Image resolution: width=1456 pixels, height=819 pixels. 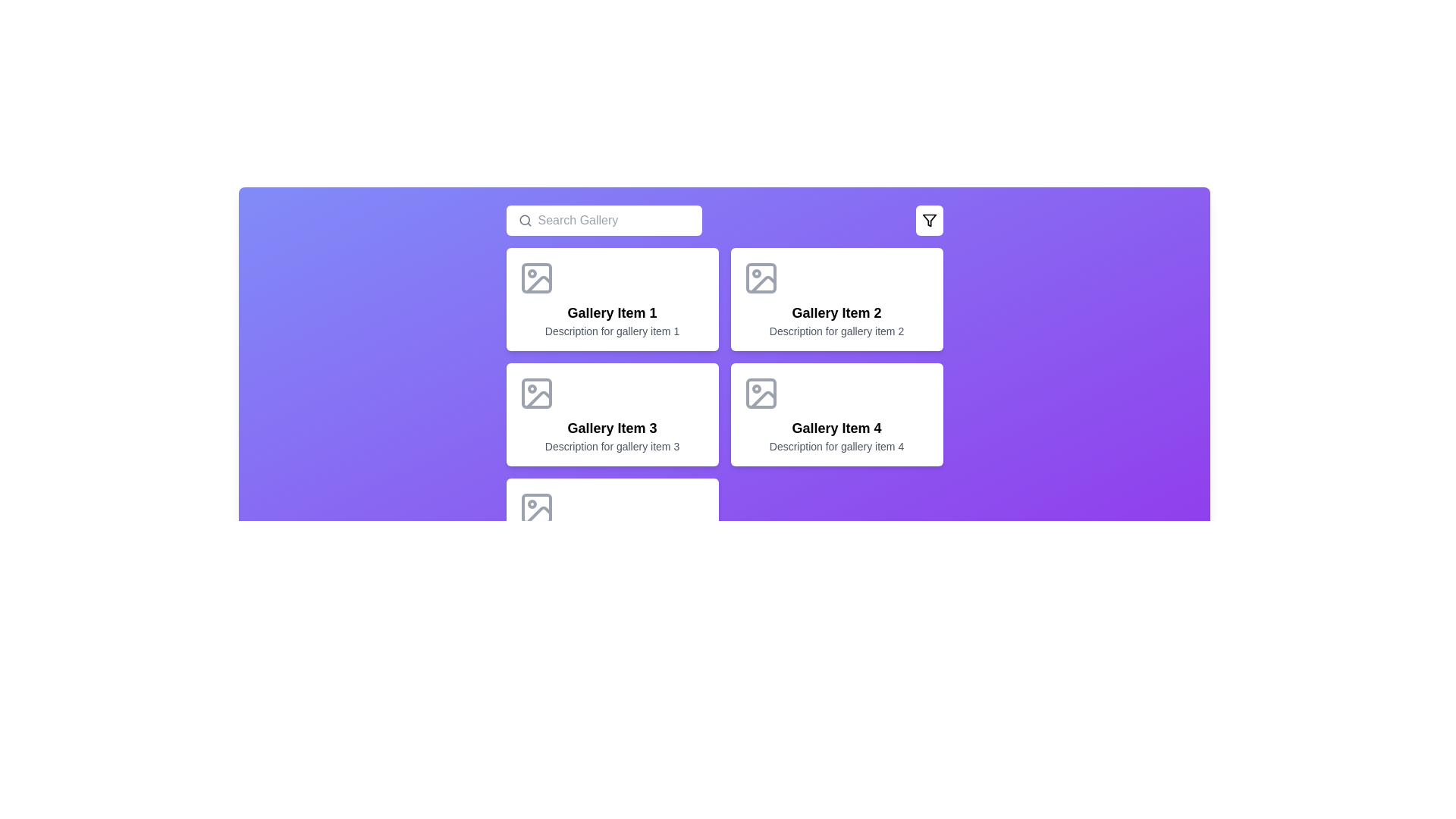 What do you see at coordinates (536, 278) in the screenshot?
I see `the Decorative SVG rectangle located in the topmost position of the 'Gallery Item 1' card within the grid layout` at bounding box center [536, 278].